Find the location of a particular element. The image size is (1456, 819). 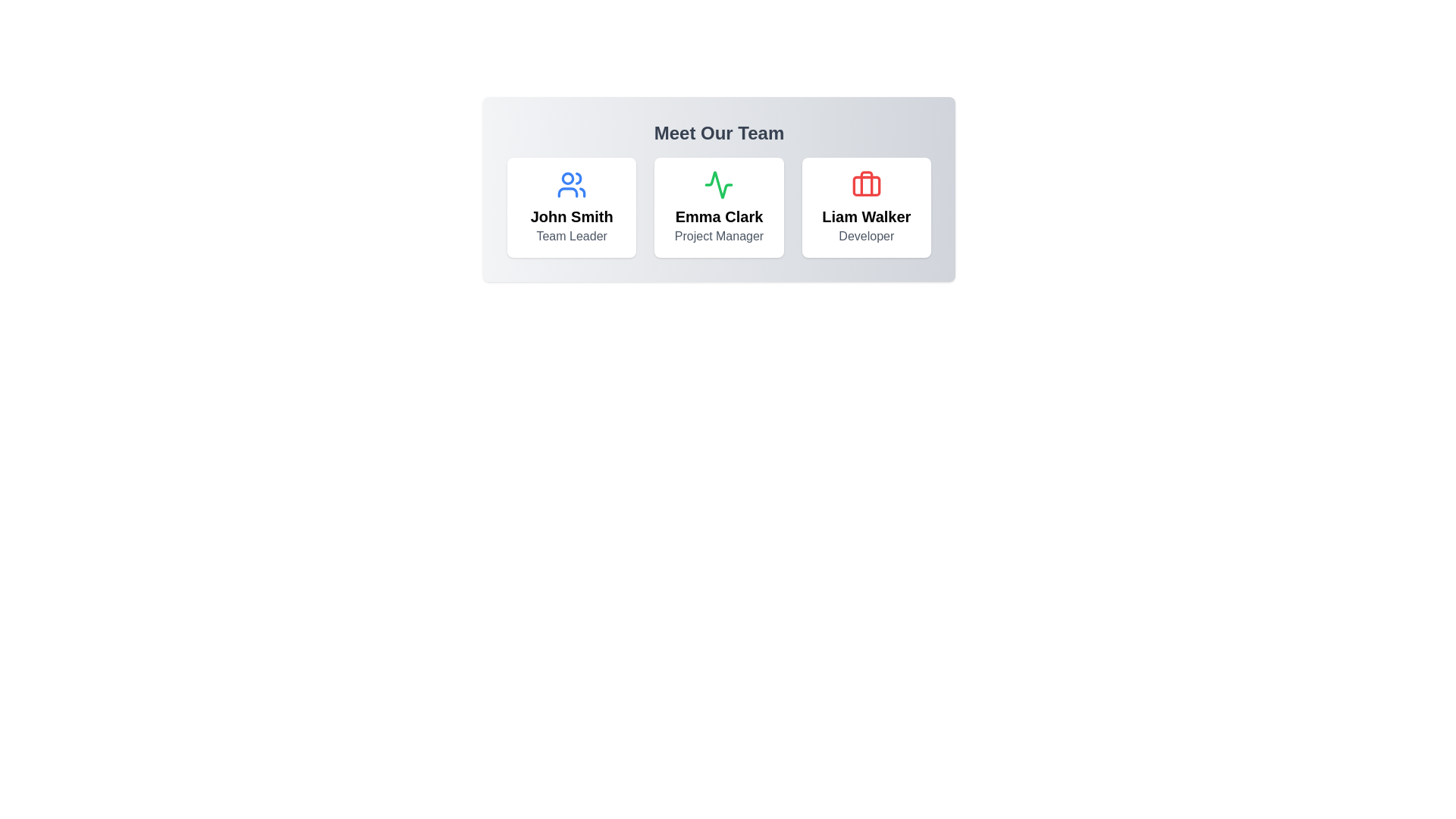

the team icon located at the top-center of the first card under the 'Meet Our Team' heading, which visually represents a team or group concept is located at coordinates (571, 184).